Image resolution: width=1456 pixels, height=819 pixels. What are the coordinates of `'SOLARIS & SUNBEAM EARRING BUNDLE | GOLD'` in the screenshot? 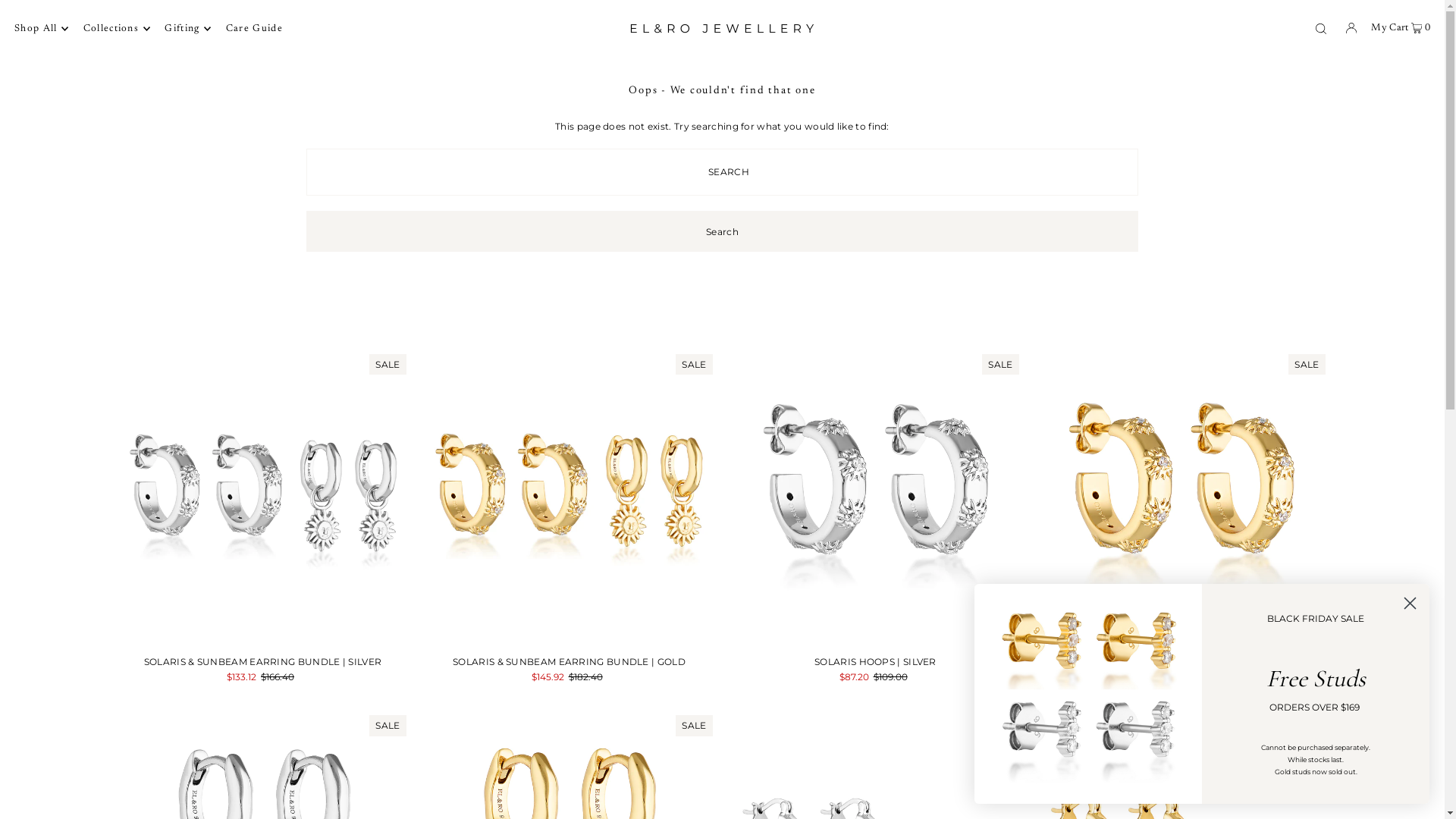 It's located at (567, 661).